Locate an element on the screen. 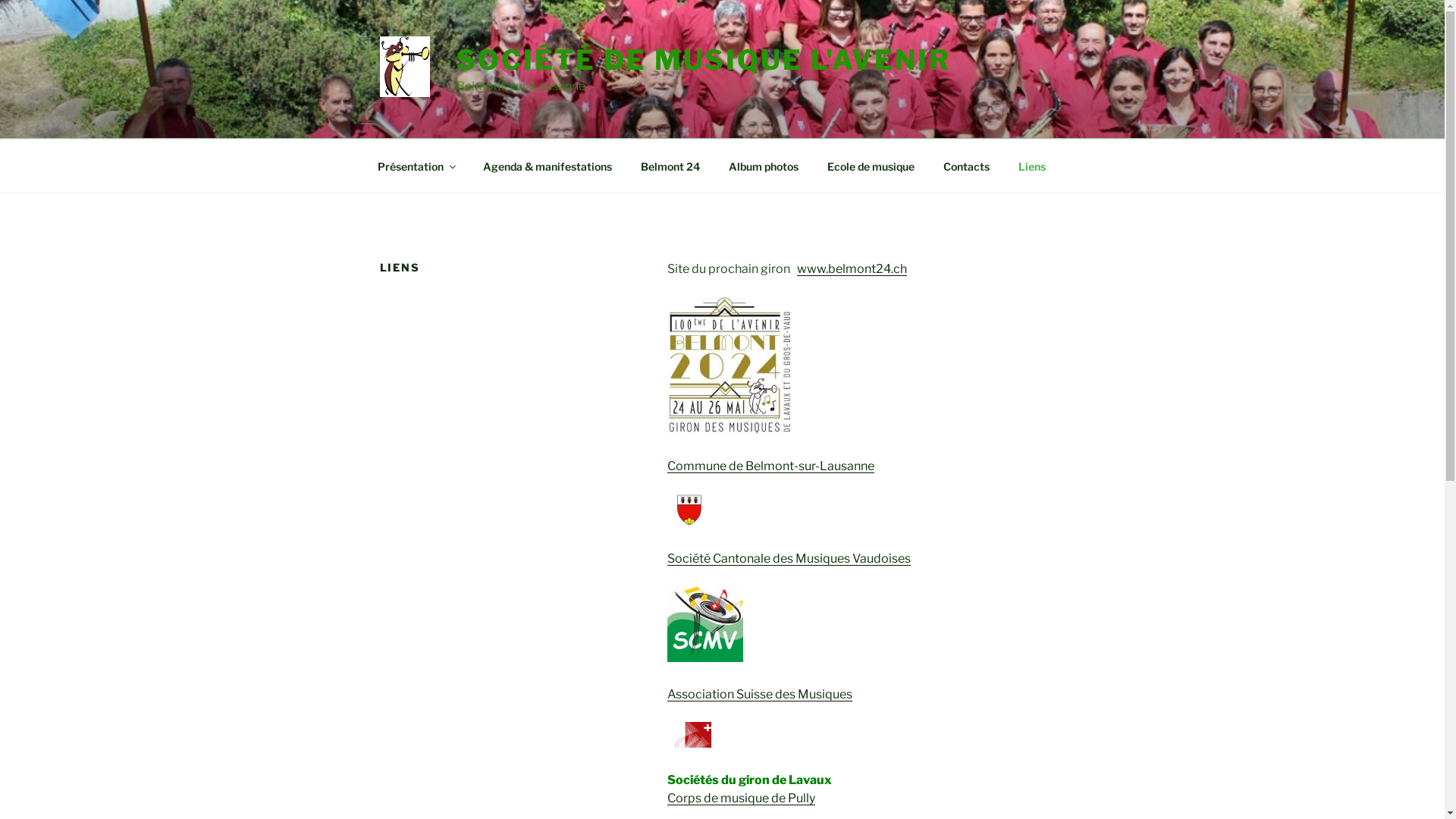  'Commune de Belmont-sur-Lausanne' is located at coordinates (667, 465).